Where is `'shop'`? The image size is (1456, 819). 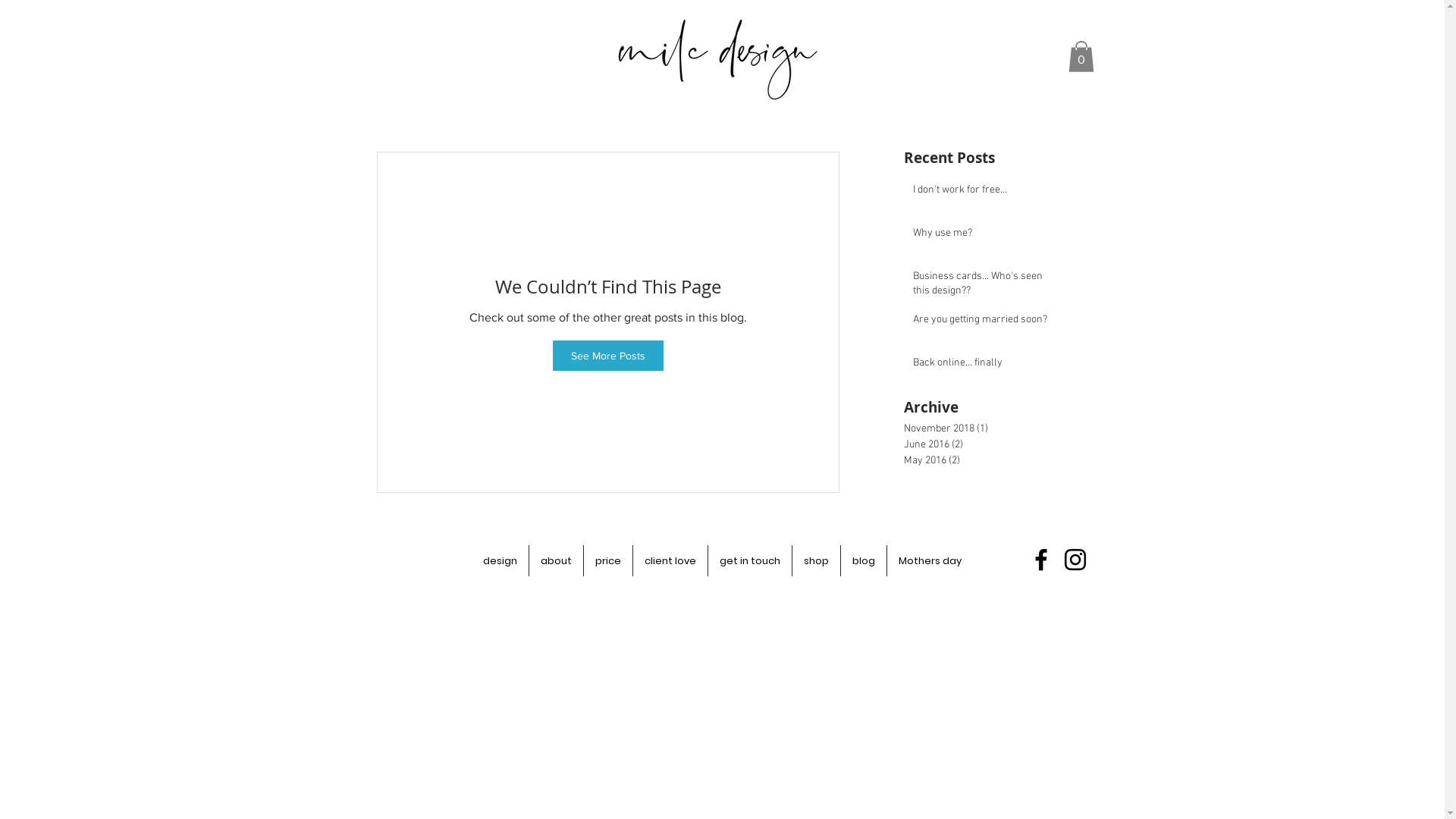 'shop' is located at coordinates (792, 560).